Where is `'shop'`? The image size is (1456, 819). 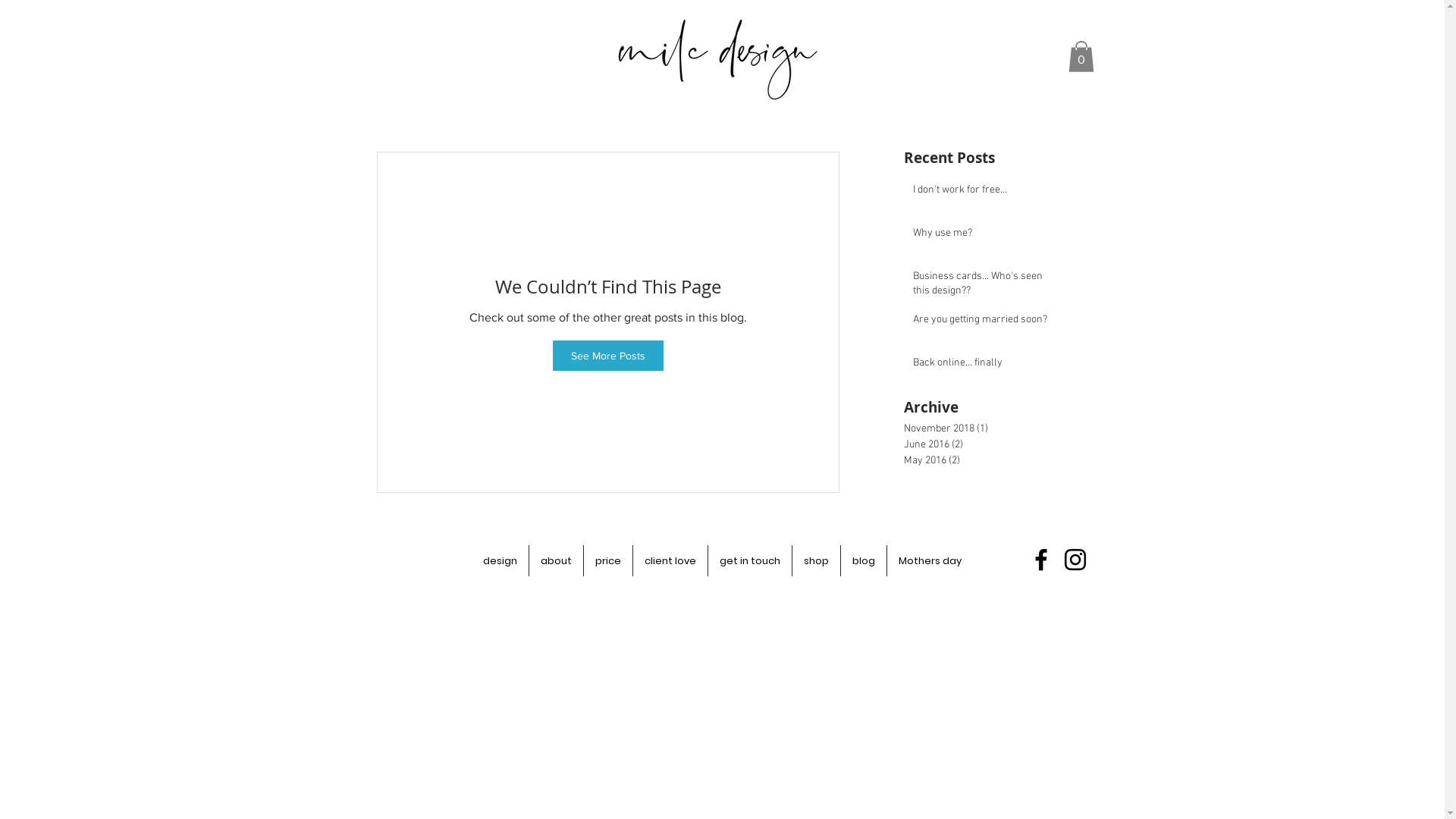 'shop' is located at coordinates (792, 560).